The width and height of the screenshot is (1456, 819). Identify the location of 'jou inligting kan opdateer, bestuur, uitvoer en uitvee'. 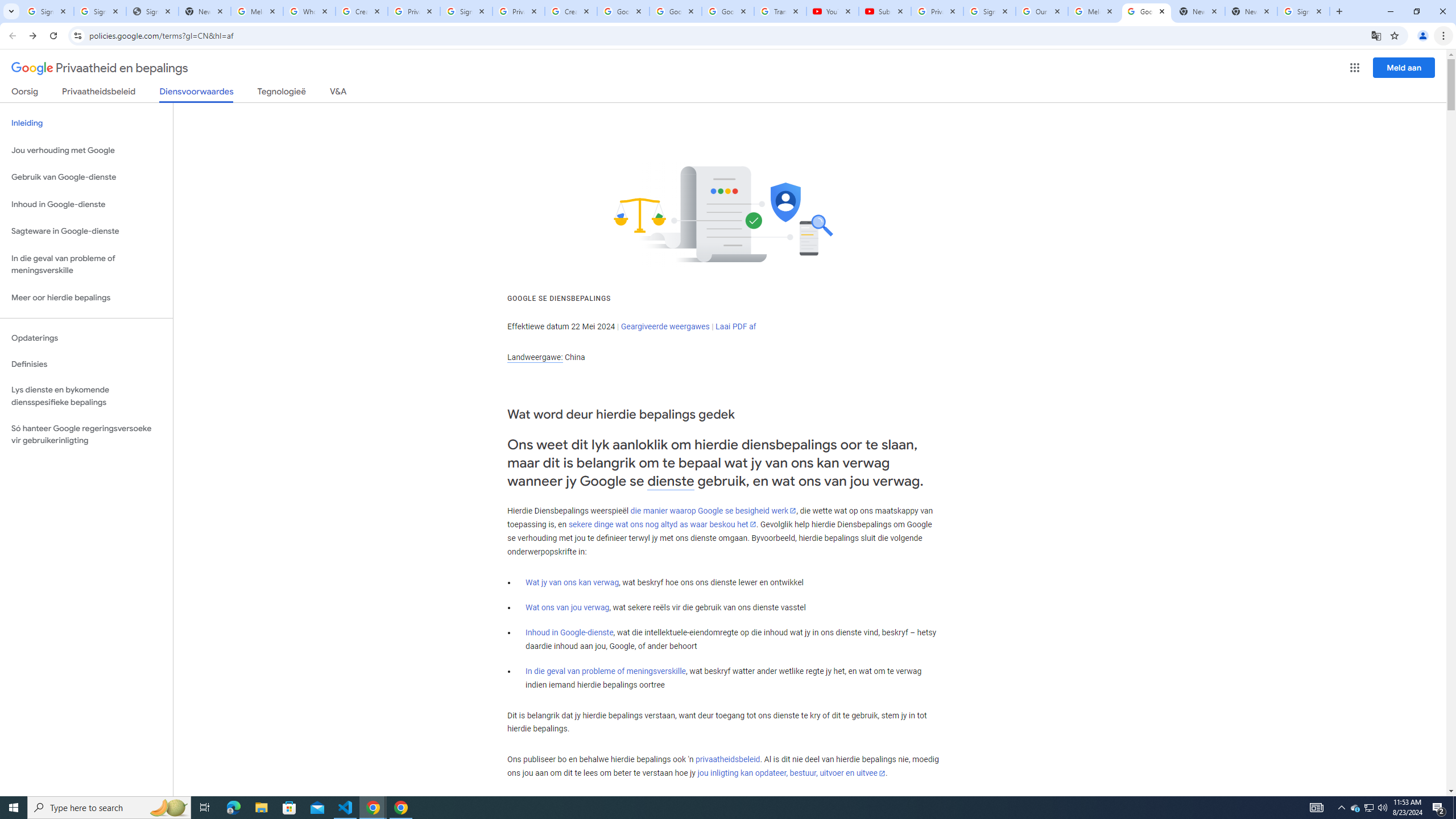
(791, 773).